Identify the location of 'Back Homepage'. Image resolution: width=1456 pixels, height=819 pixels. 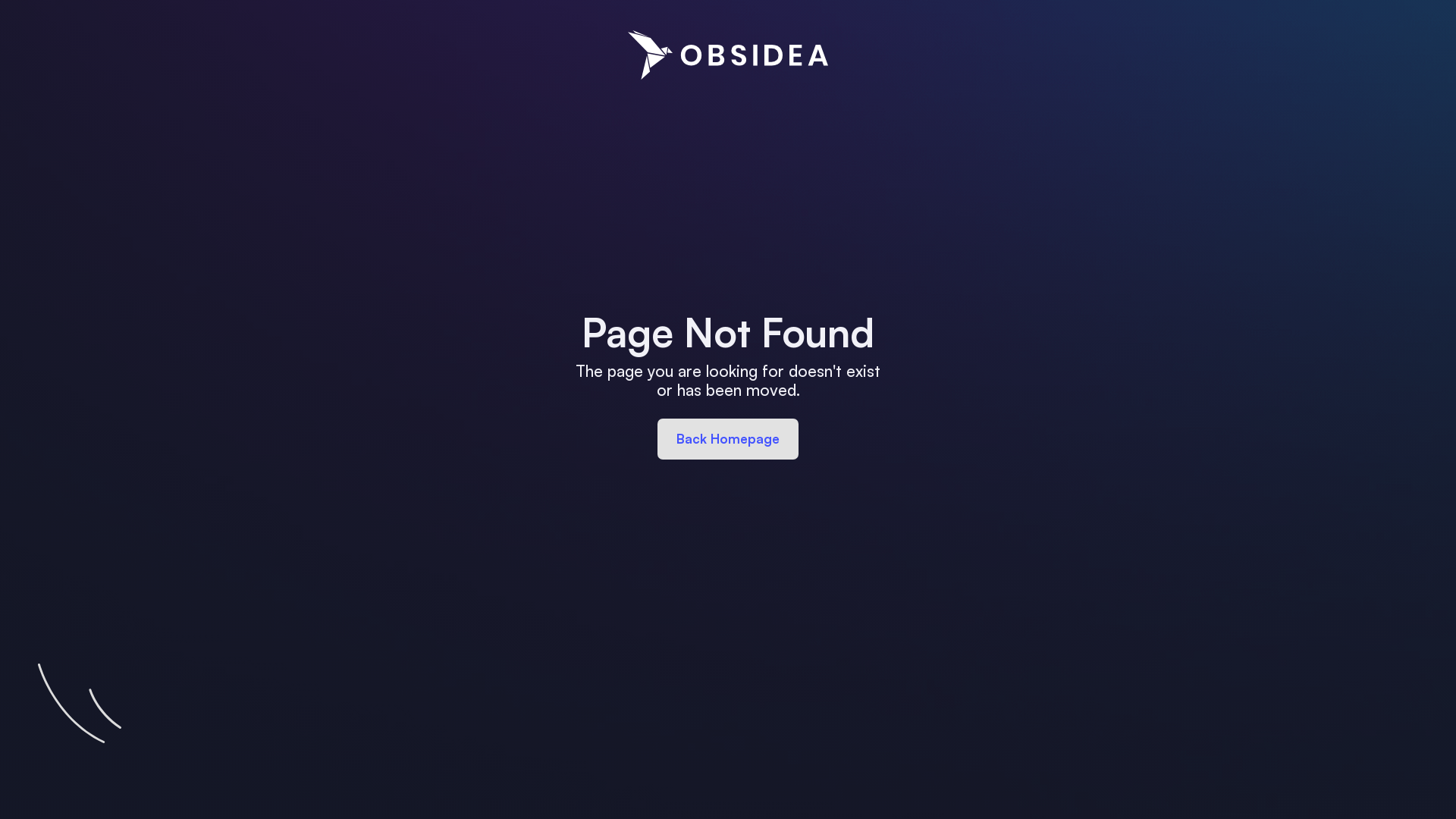
(728, 438).